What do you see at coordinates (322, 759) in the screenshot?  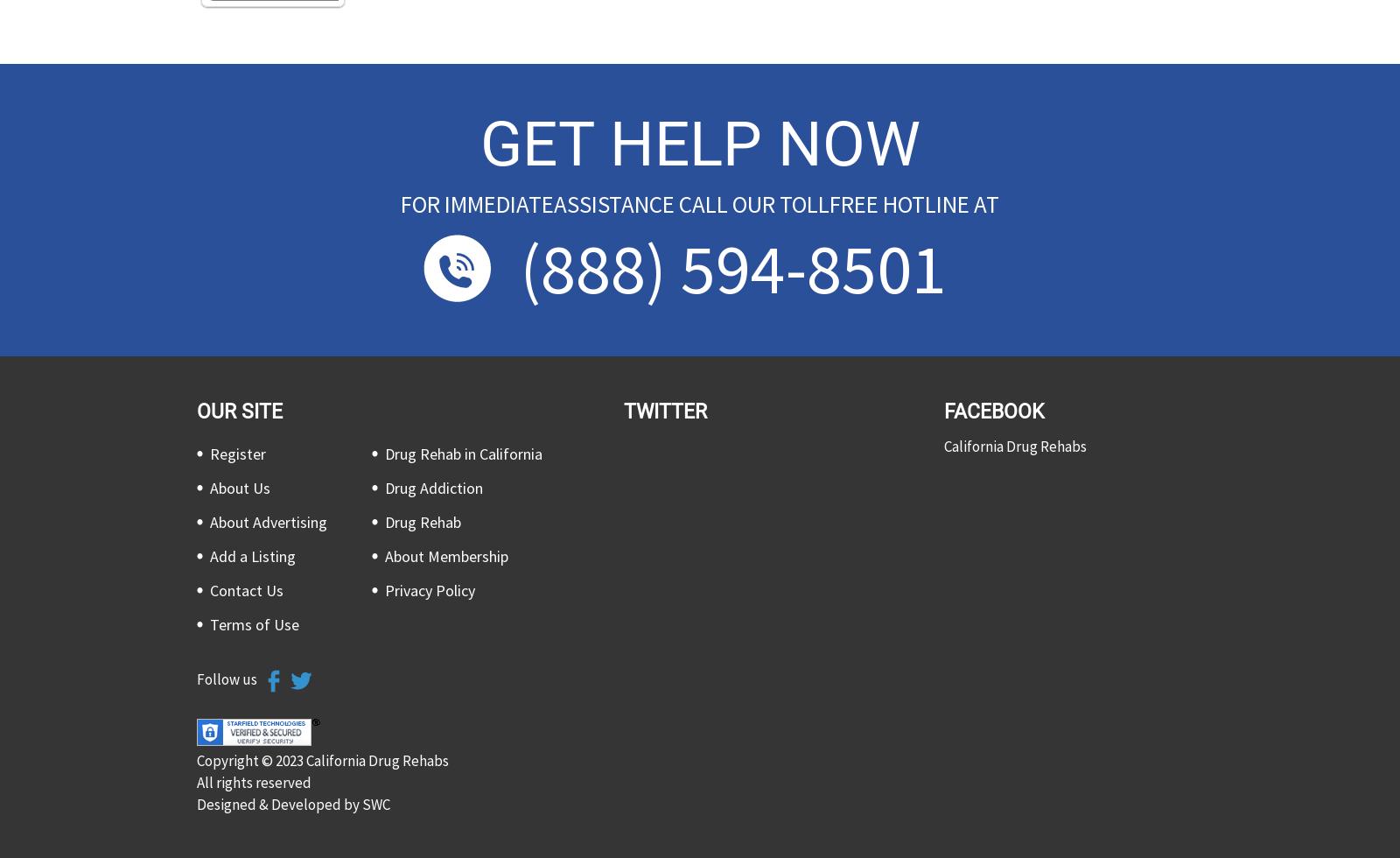 I see `'Copyright © 2023 California Drug Rehabs'` at bounding box center [322, 759].